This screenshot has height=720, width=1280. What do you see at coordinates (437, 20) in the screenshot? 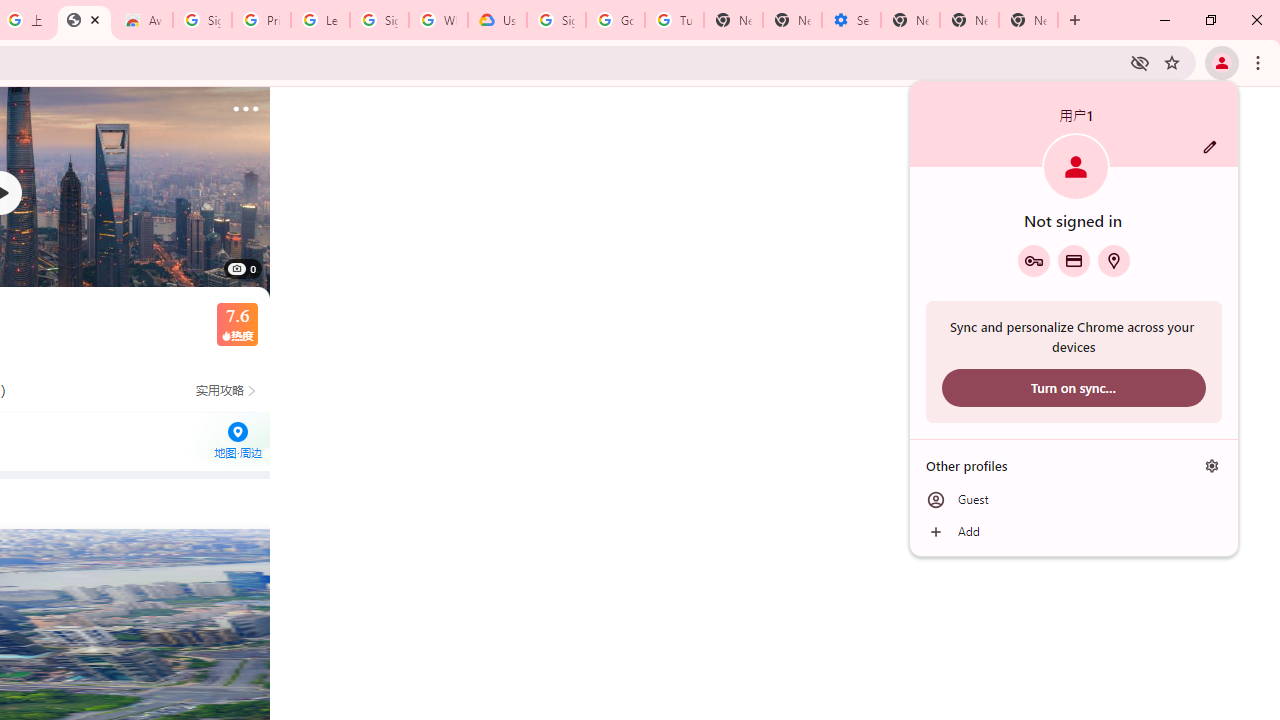
I see `'Who are Google'` at bounding box center [437, 20].